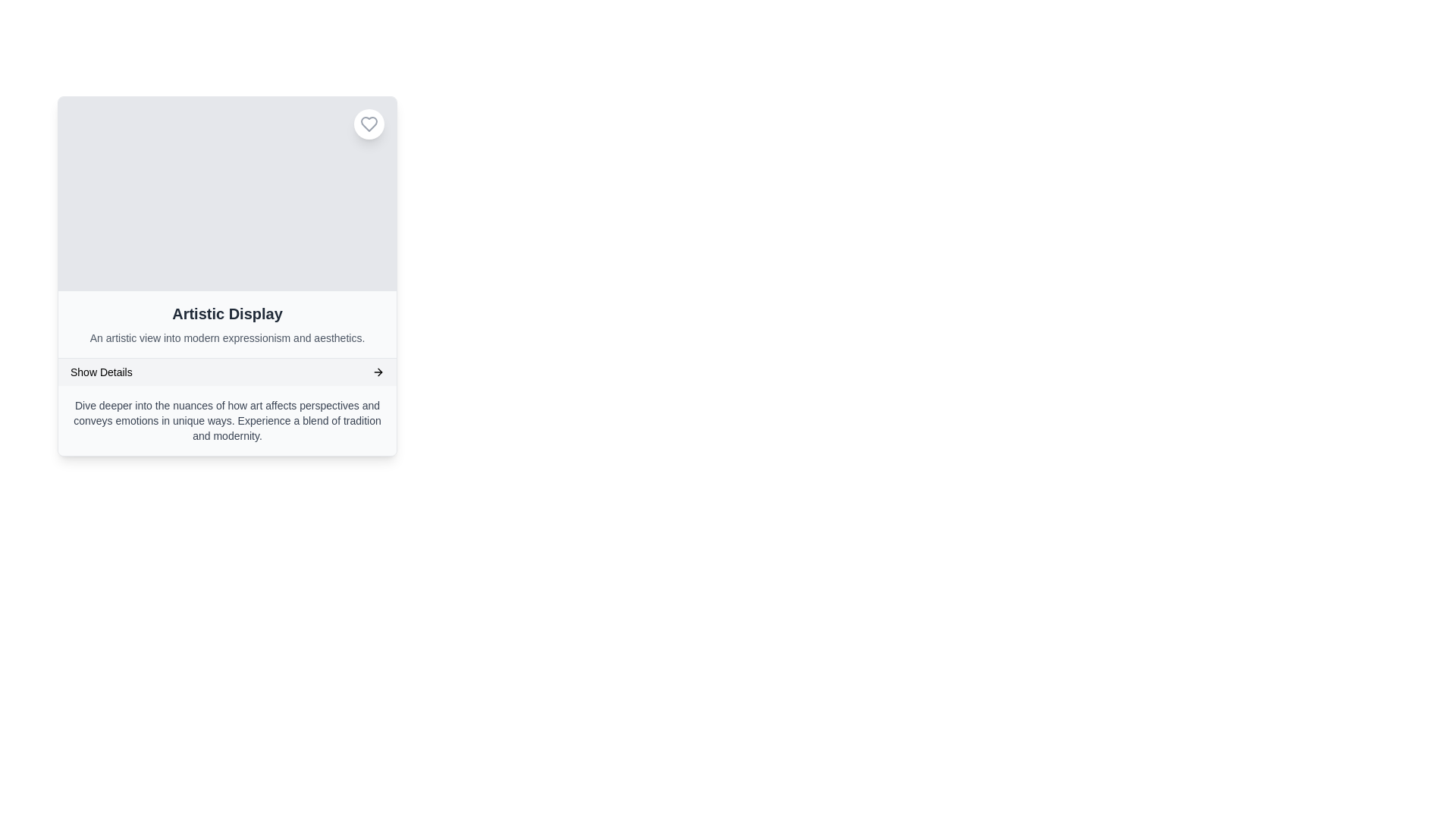 This screenshot has width=1456, height=819. Describe the element at coordinates (226, 337) in the screenshot. I see `the informational text element located below the title 'Artistic Display' and above the button labeled 'Show Details'` at that location.